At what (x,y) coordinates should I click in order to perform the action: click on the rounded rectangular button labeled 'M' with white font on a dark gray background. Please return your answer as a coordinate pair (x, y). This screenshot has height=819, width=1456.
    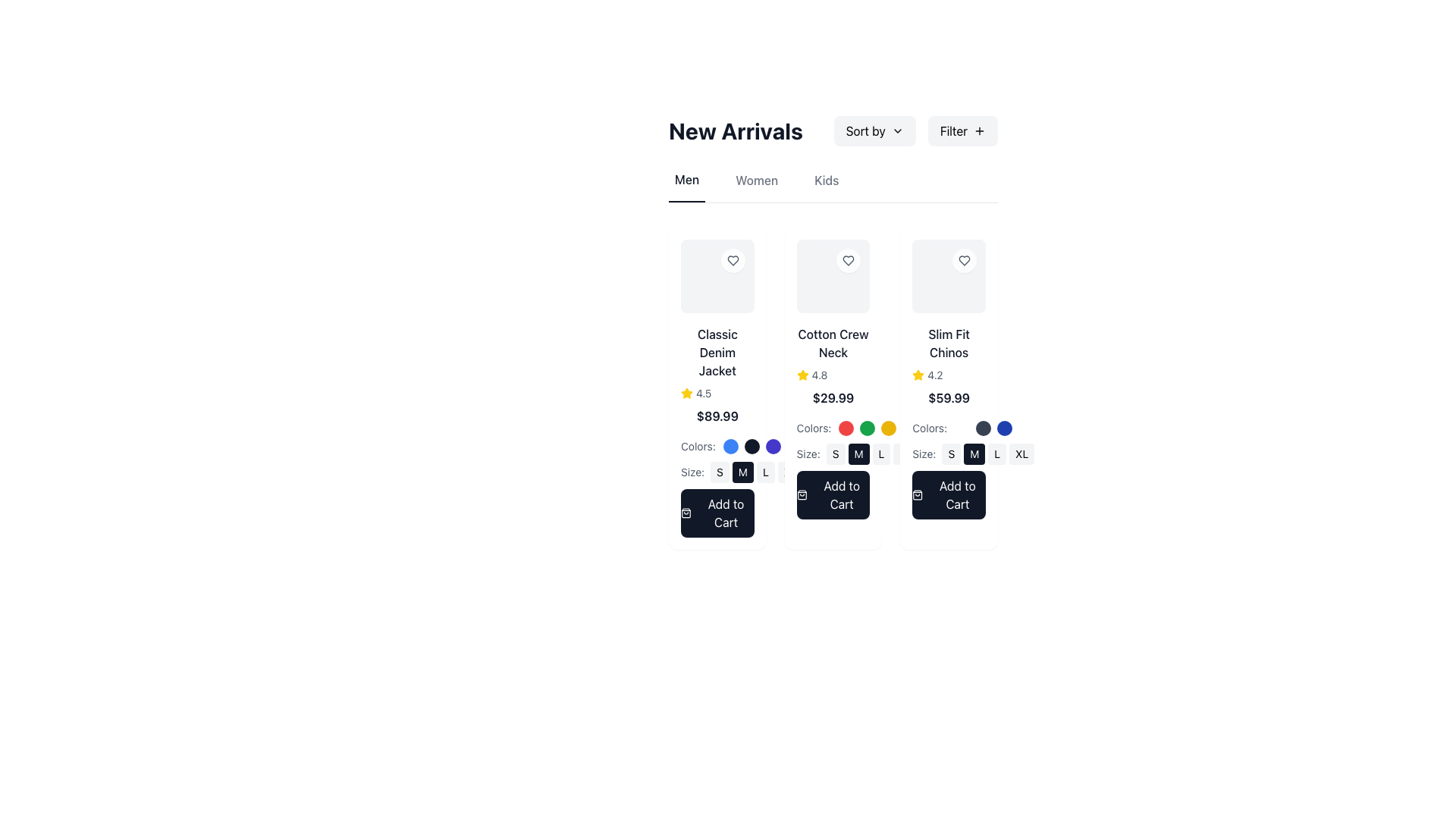
    Looking at the image, I should click on (742, 471).